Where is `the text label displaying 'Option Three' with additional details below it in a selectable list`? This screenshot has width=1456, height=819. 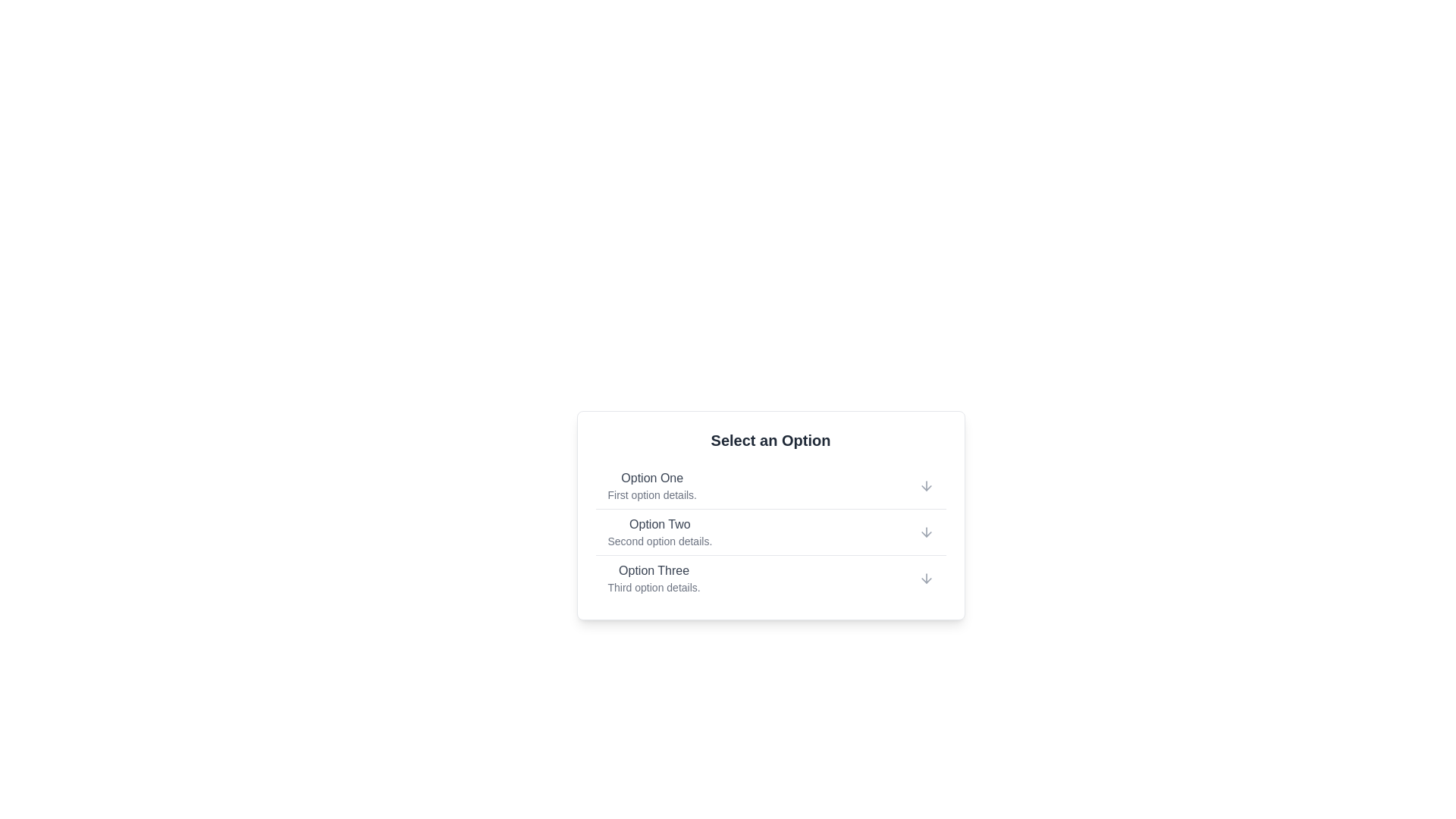
the text label displaying 'Option Three' with additional details below it in a selectable list is located at coordinates (654, 579).